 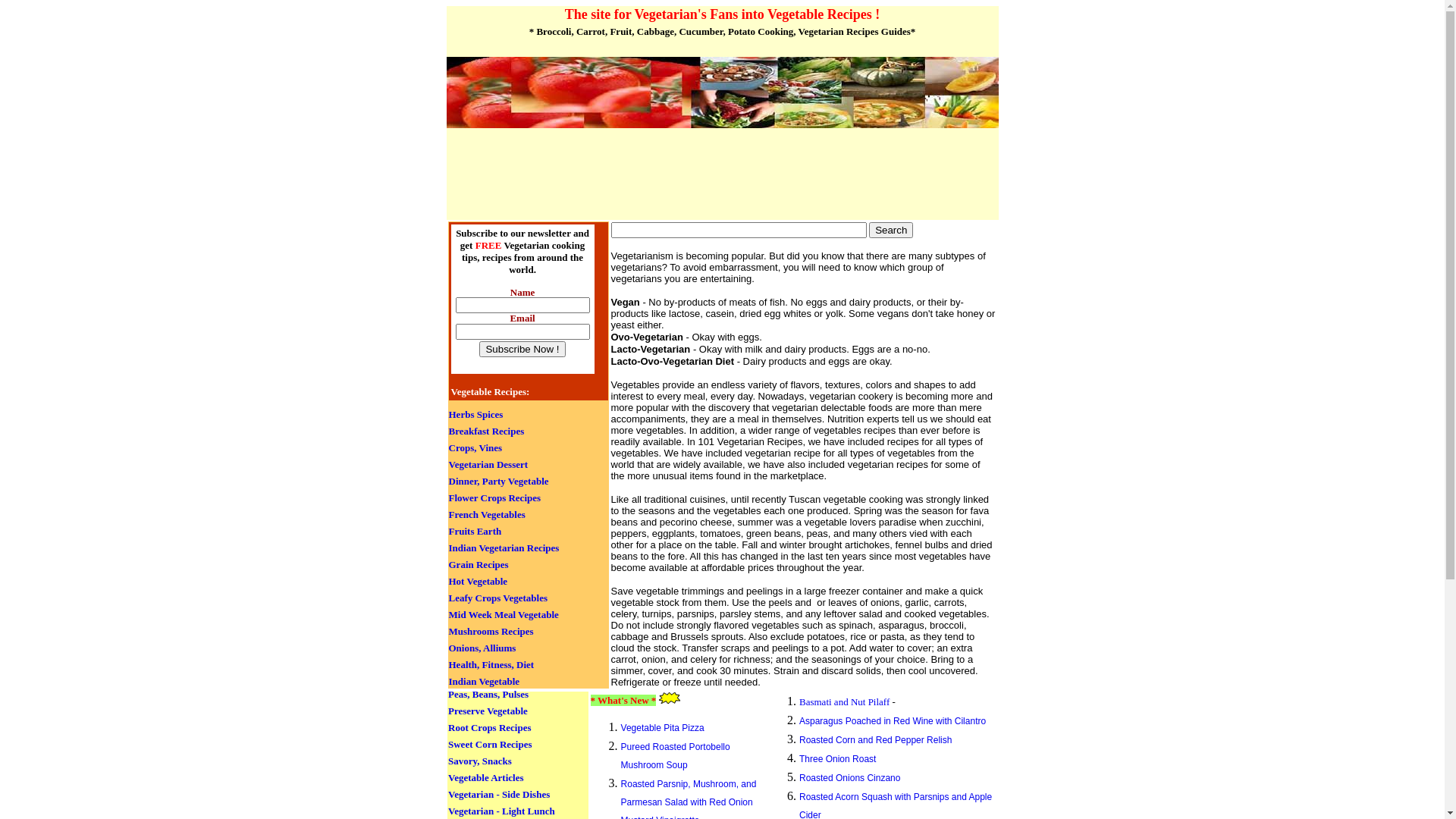 I want to click on 'French Vegetables', so click(x=487, y=513).